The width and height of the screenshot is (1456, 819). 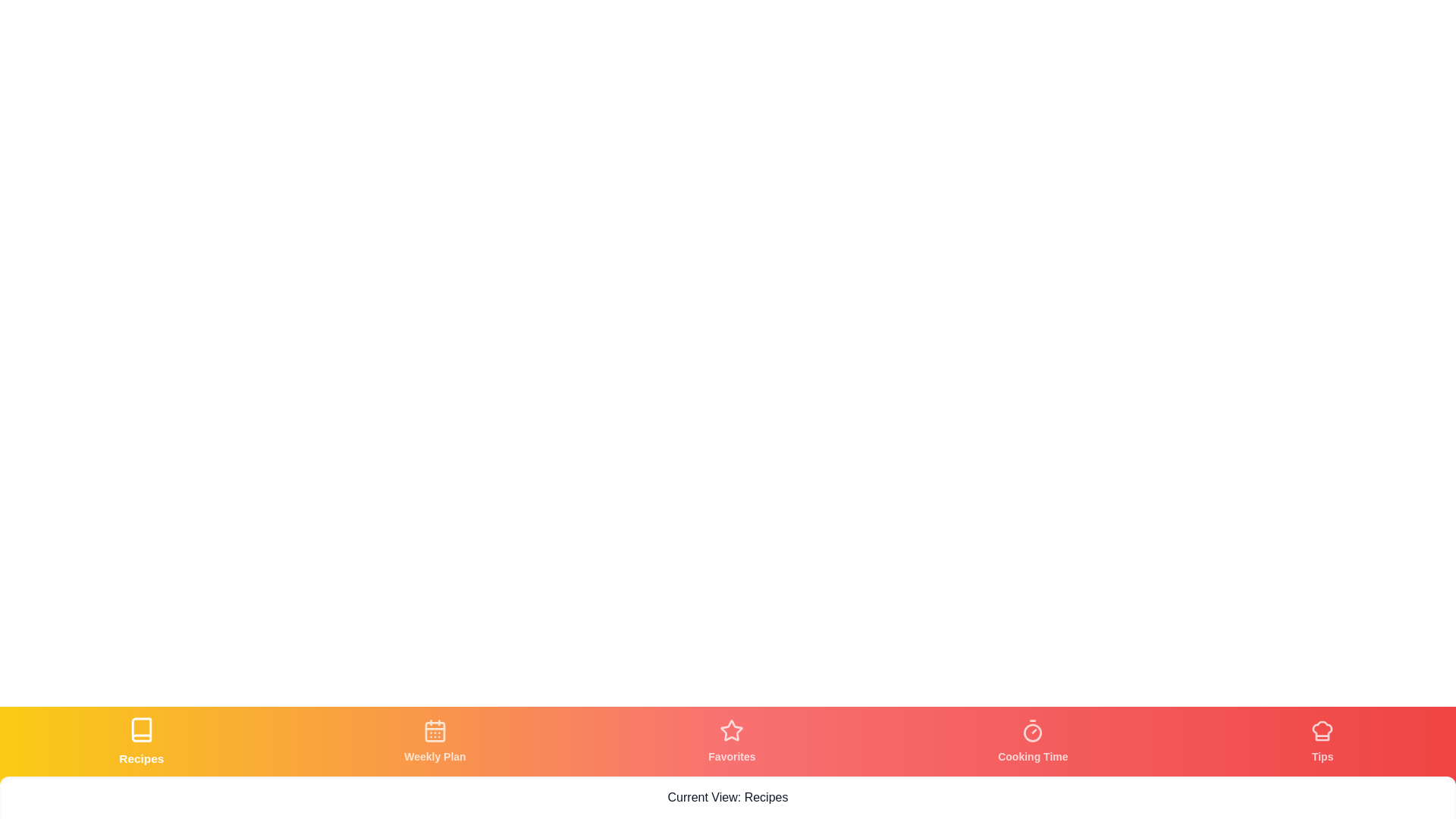 I want to click on the tab labeled Cooking Time to view its content, so click(x=1032, y=741).